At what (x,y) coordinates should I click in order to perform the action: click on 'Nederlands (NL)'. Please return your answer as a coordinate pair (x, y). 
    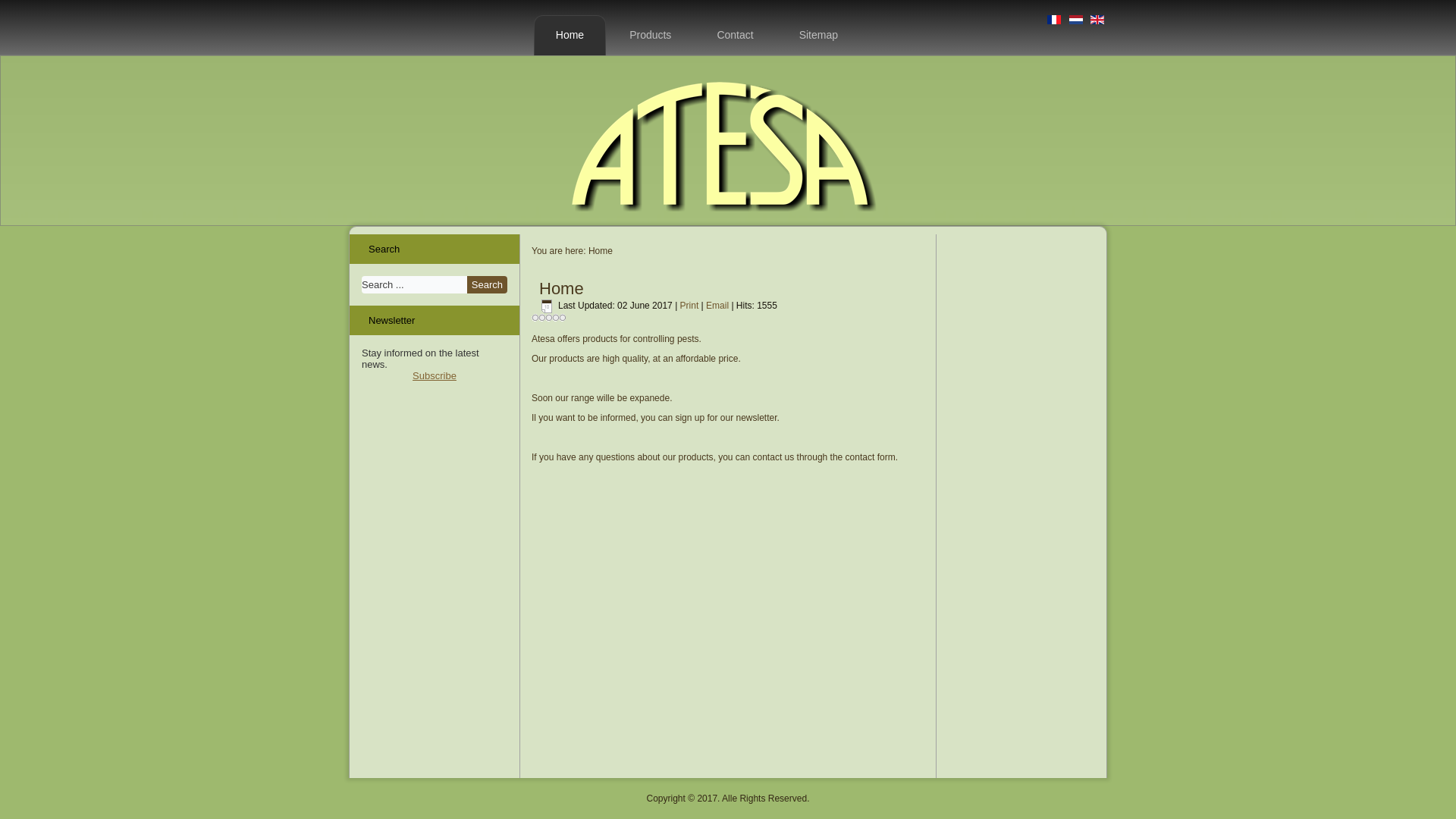
    Looking at the image, I should click on (1068, 20).